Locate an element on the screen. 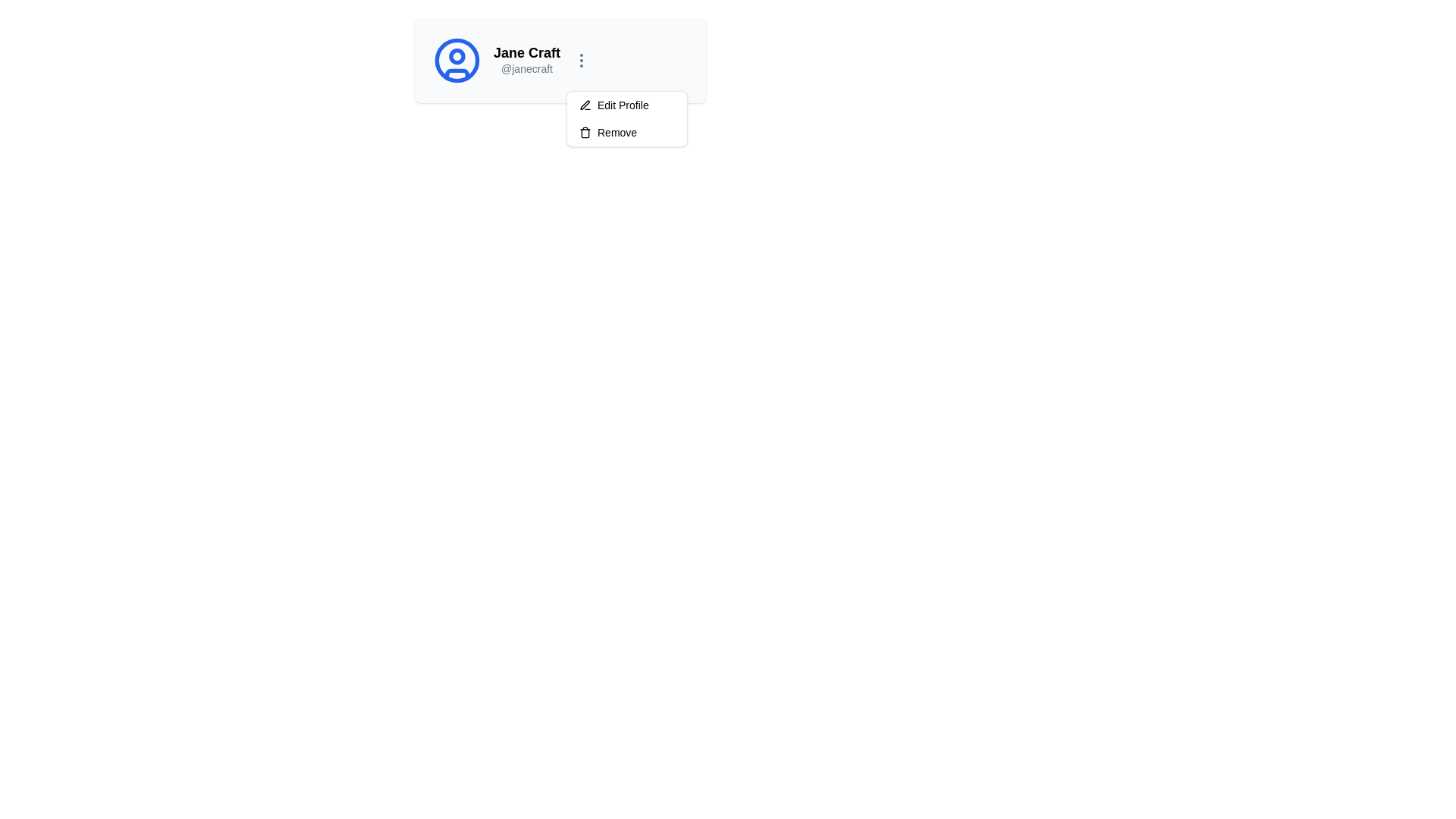 Image resolution: width=1456 pixels, height=819 pixels. the trash icon located to the left of the 'Remove' text label in the dropdown menu is located at coordinates (585, 131).